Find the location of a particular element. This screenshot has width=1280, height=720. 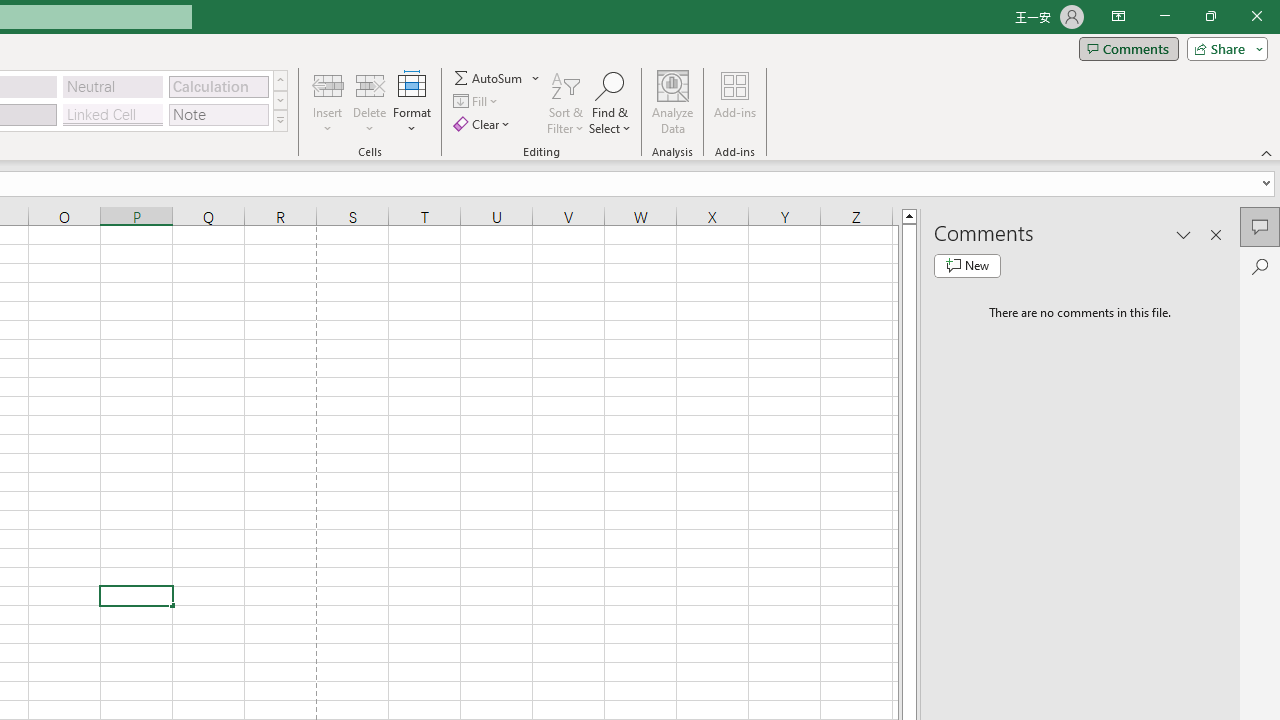

'Collapse the Ribbon' is located at coordinates (1266, 152).